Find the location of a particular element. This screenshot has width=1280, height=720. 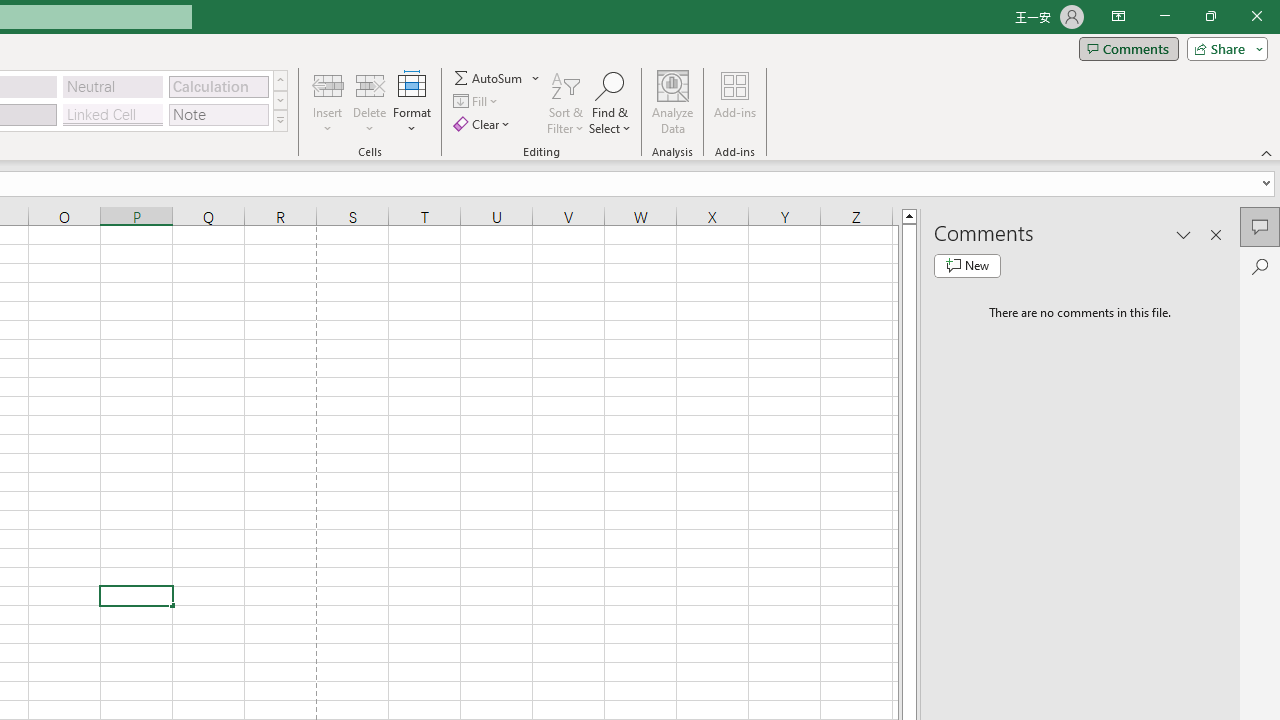

'Collapse the Ribbon' is located at coordinates (1266, 152).